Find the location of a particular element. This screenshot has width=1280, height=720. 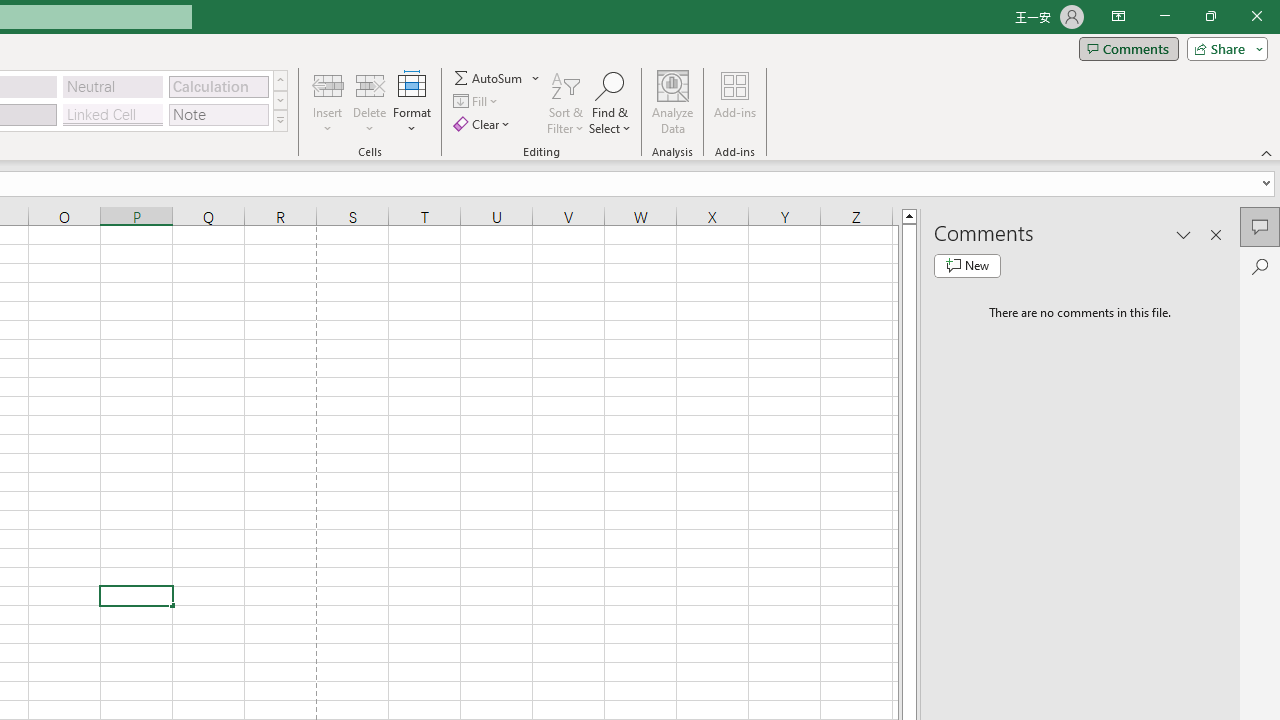

'Collapse the Ribbon' is located at coordinates (1266, 152).